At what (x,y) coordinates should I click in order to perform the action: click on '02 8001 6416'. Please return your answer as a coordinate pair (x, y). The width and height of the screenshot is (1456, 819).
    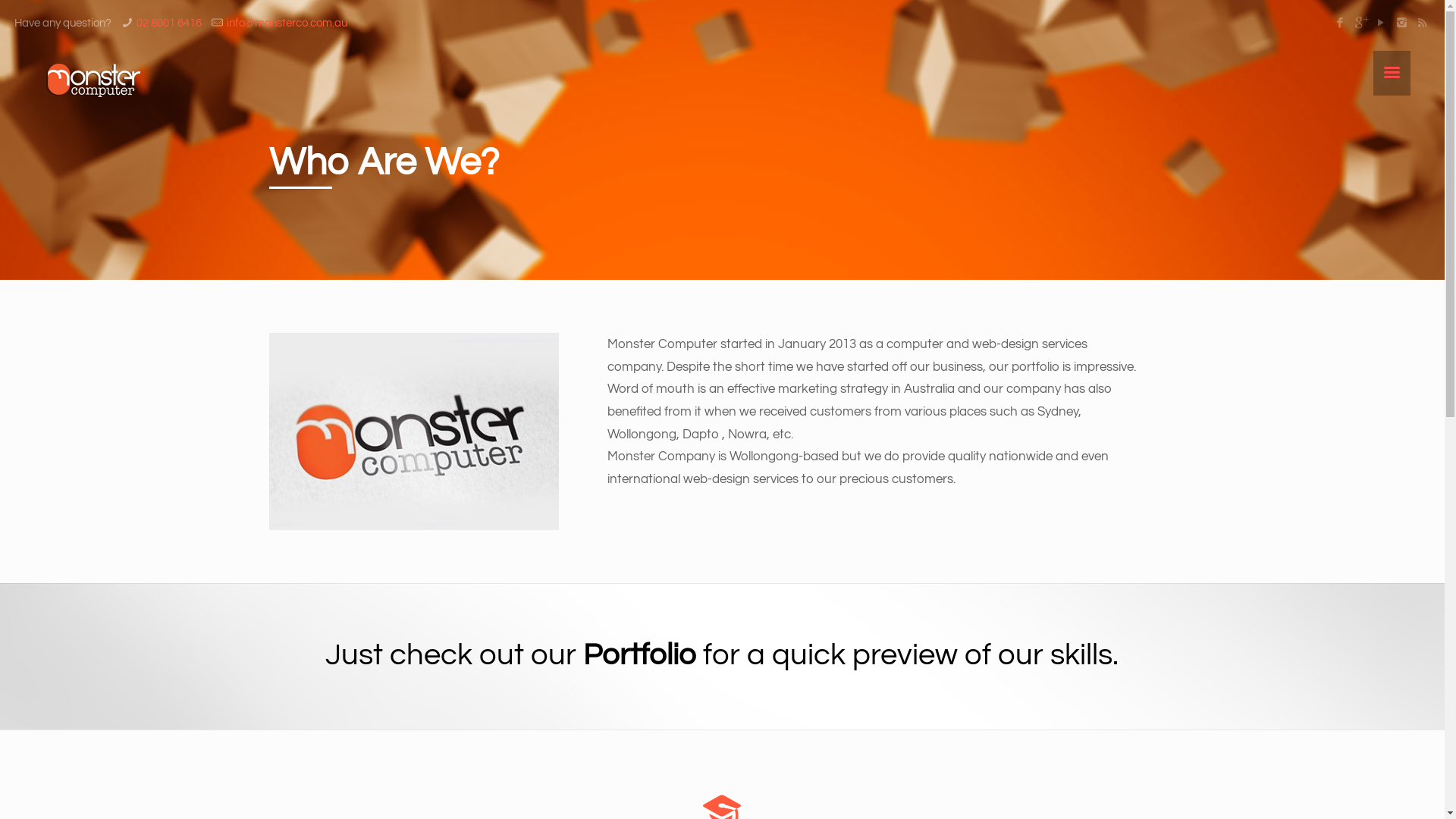
    Looking at the image, I should click on (168, 23).